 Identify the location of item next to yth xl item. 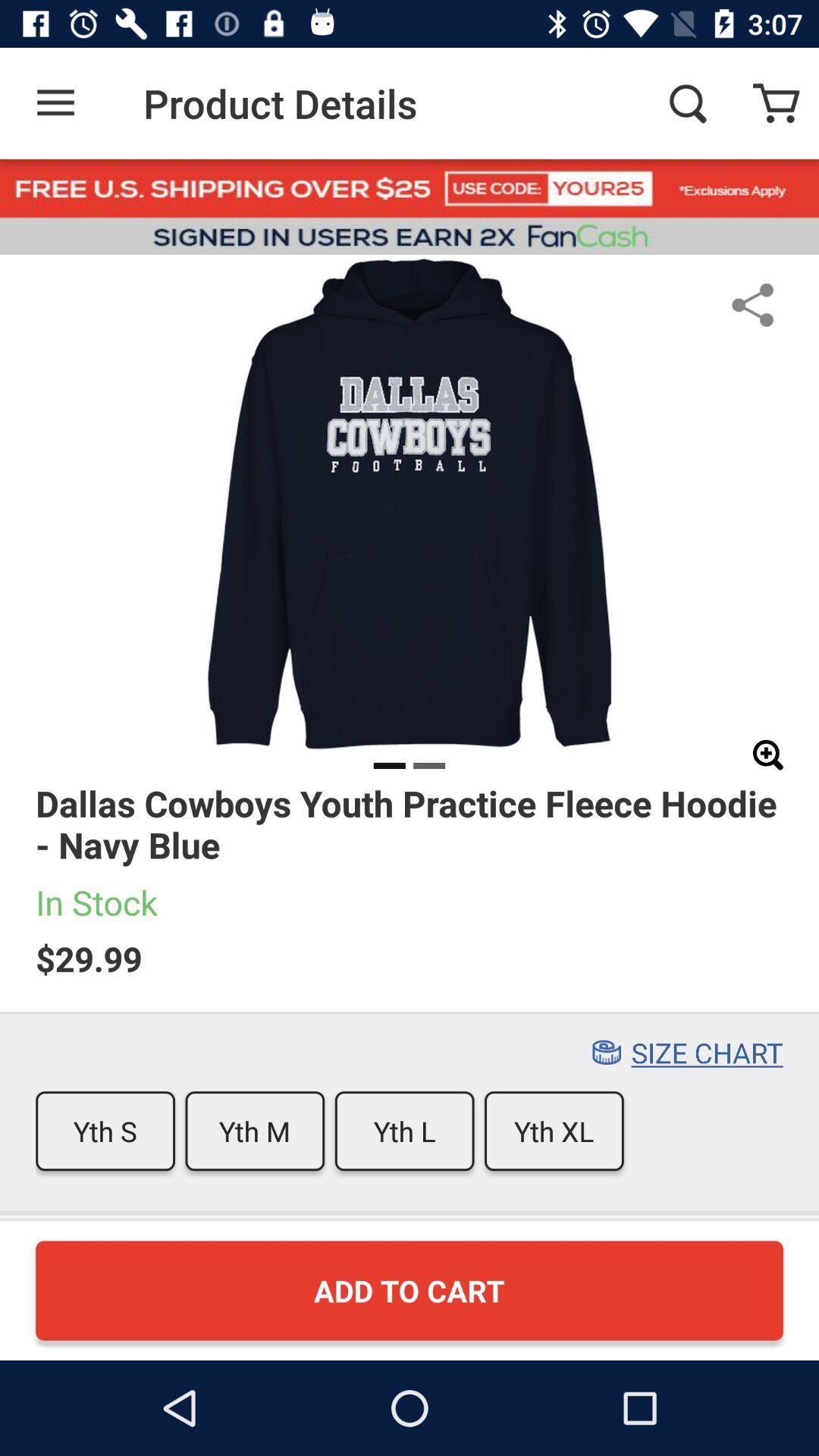
(403, 1131).